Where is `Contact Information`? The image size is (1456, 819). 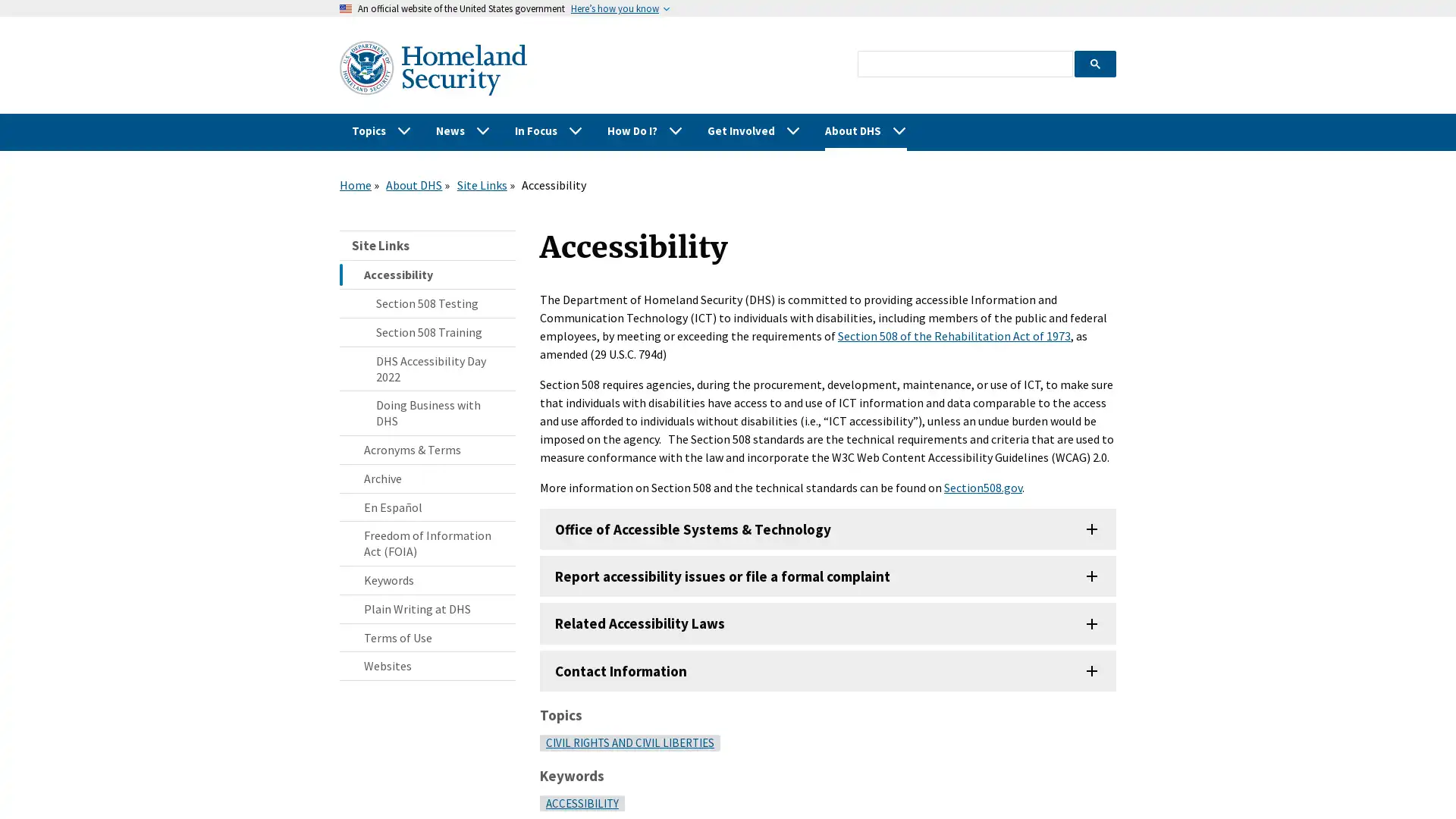
Contact Information is located at coordinates (827, 669).